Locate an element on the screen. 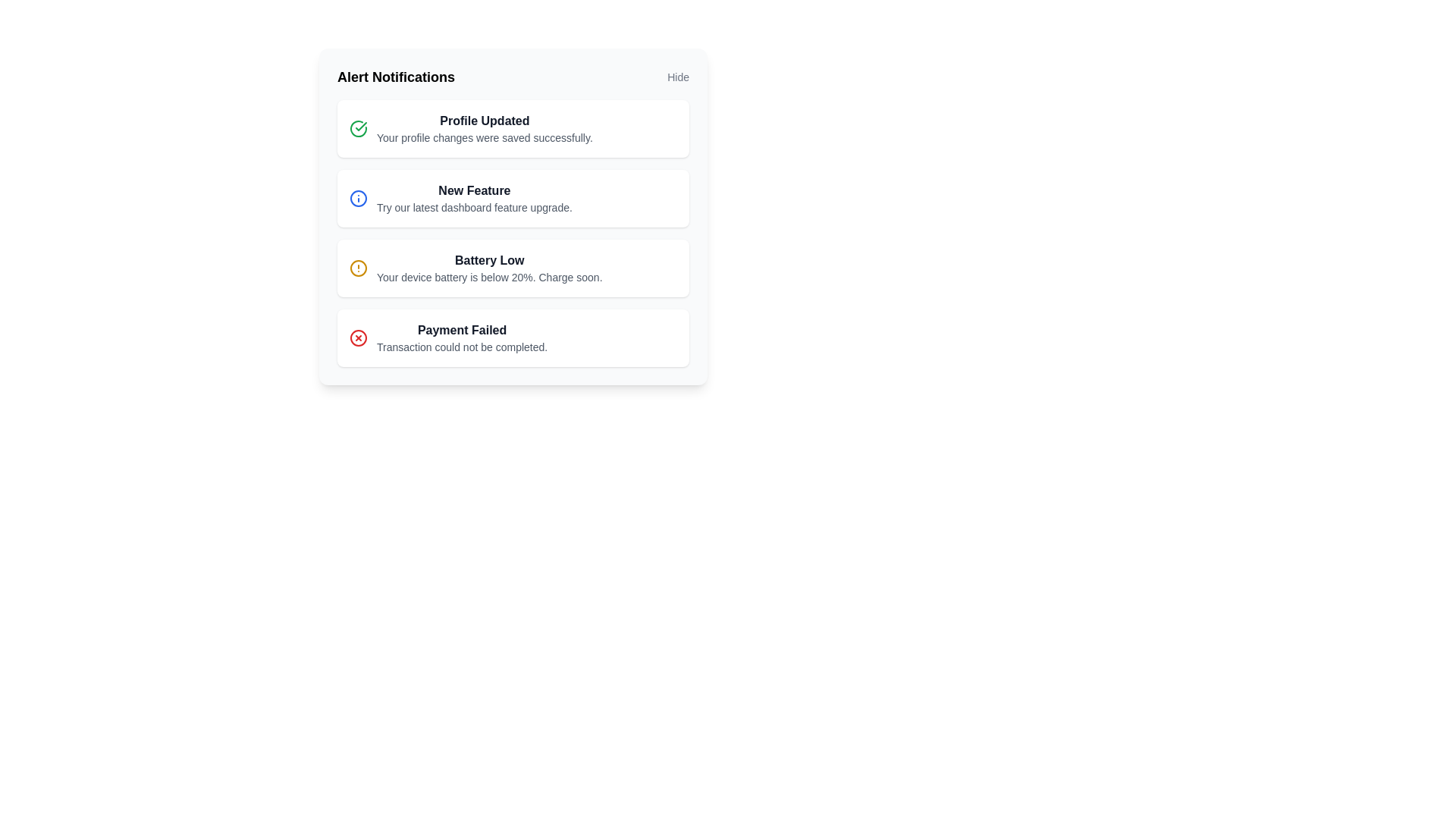 Image resolution: width=1456 pixels, height=819 pixels. the notification panel with a light gray background and rounded corners that contains 'Alert Notifications' is located at coordinates (513, 216).